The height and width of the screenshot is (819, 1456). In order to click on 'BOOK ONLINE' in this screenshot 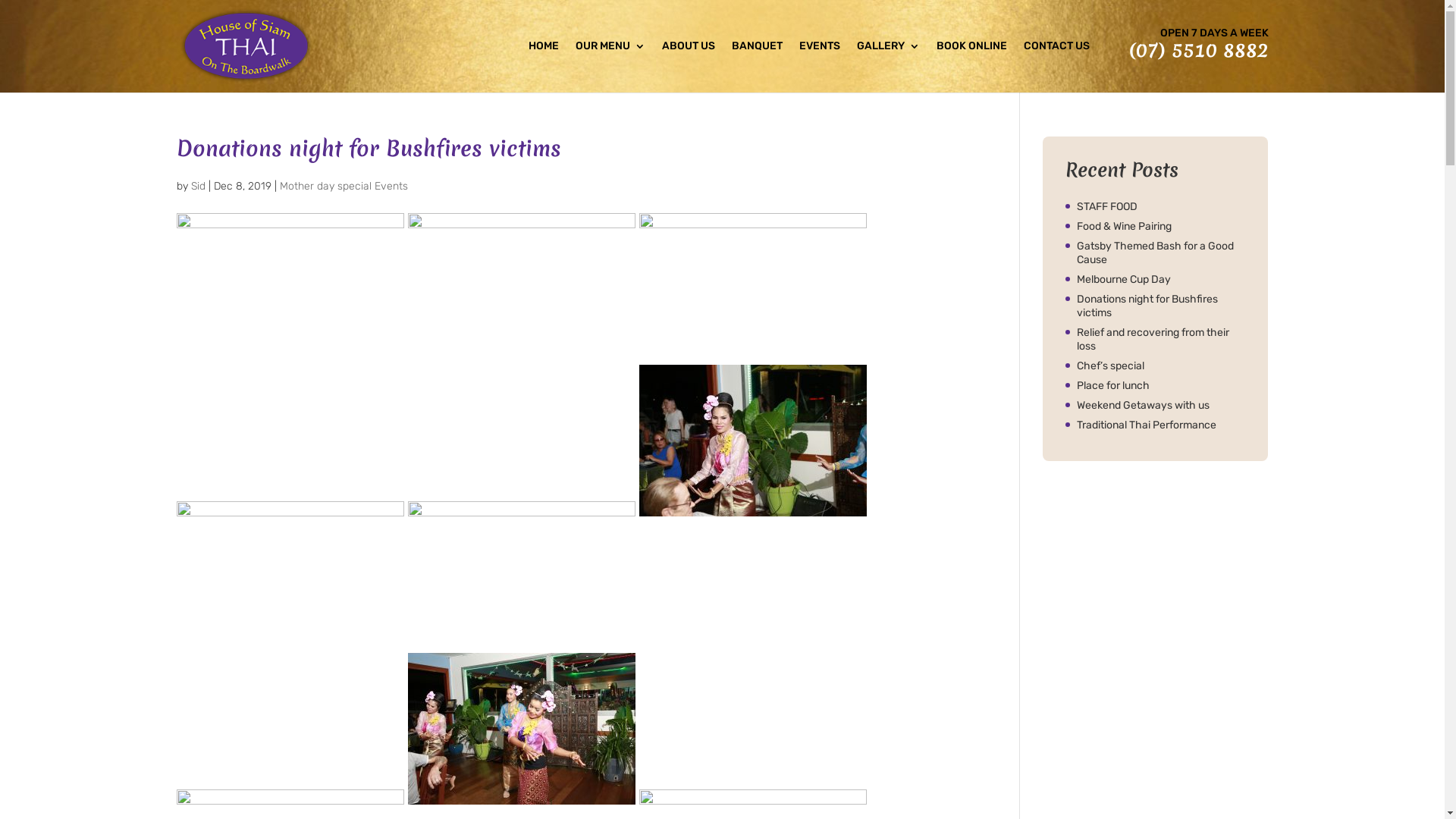, I will do `click(971, 66)`.